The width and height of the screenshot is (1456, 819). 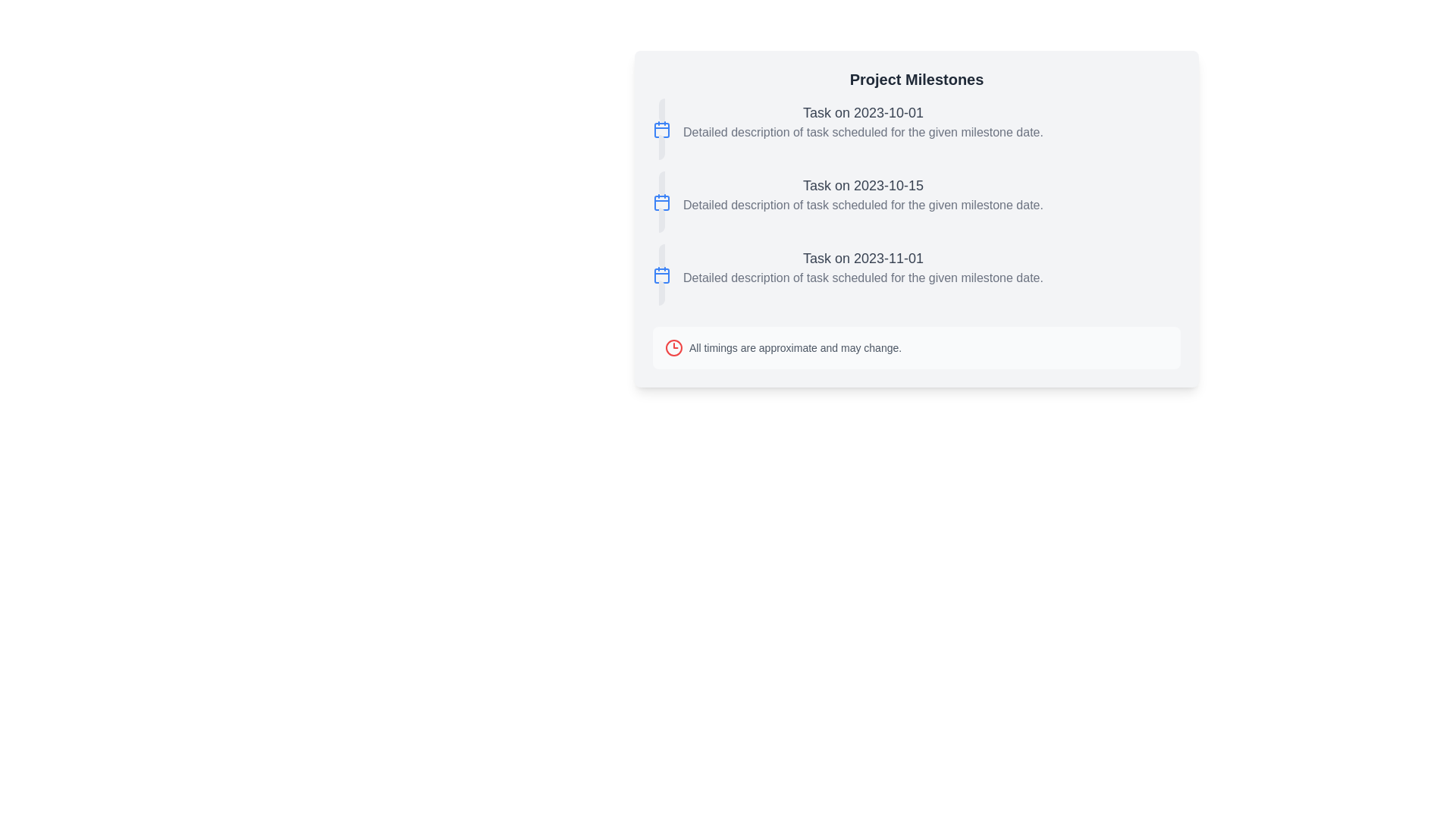 What do you see at coordinates (662, 275) in the screenshot?
I see `small calendar-shaped icon with a blue outline, which is the third icon in a vertical list, associated with the text 'Task on 2023-11-01'` at bounding box center [662, 275].